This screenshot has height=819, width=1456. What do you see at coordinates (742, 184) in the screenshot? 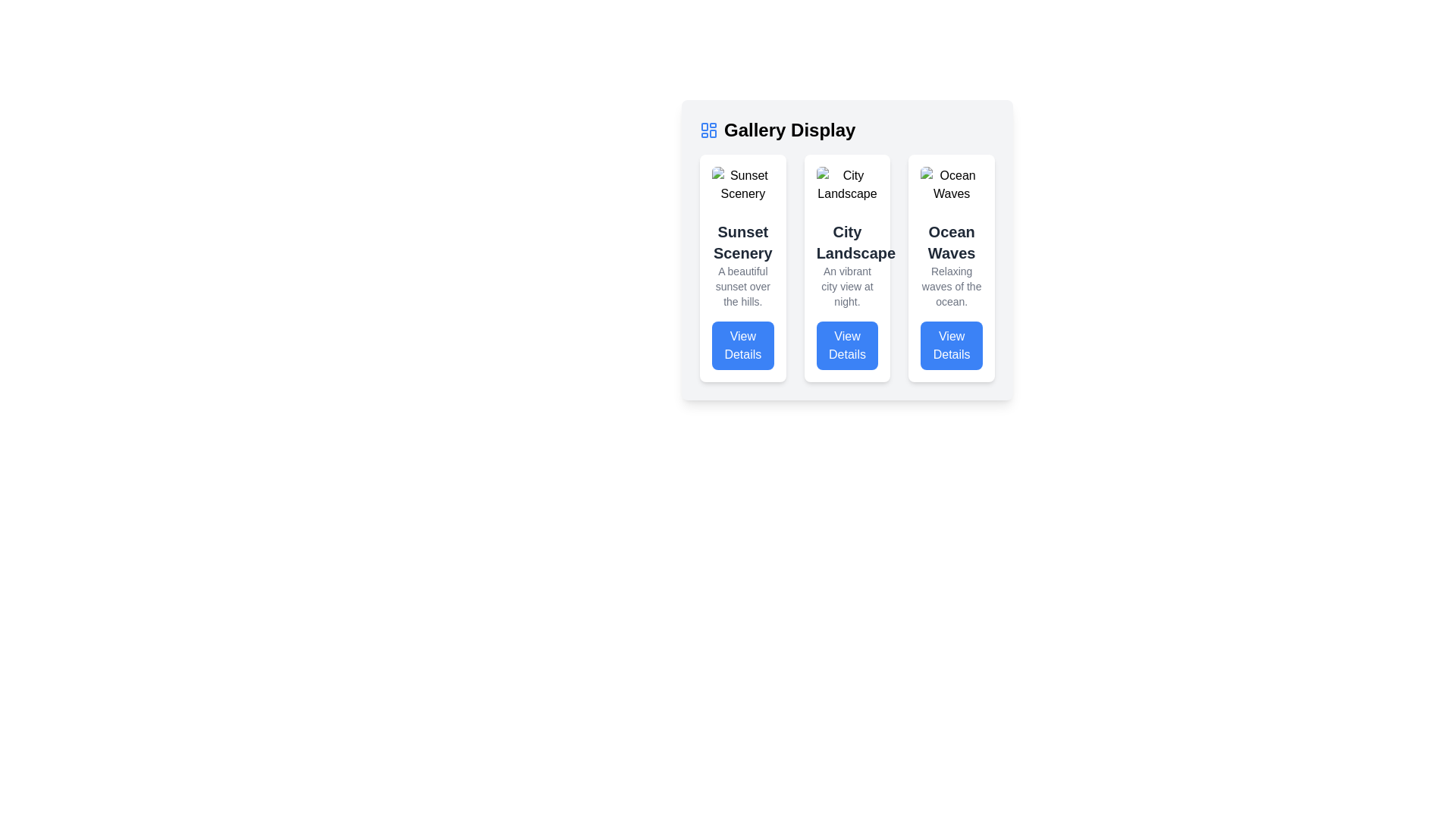
I see `the image of the sunset scenery located at the top of the leftmost card in the horizontally arranged gallery` at bounding box center [742, 184].